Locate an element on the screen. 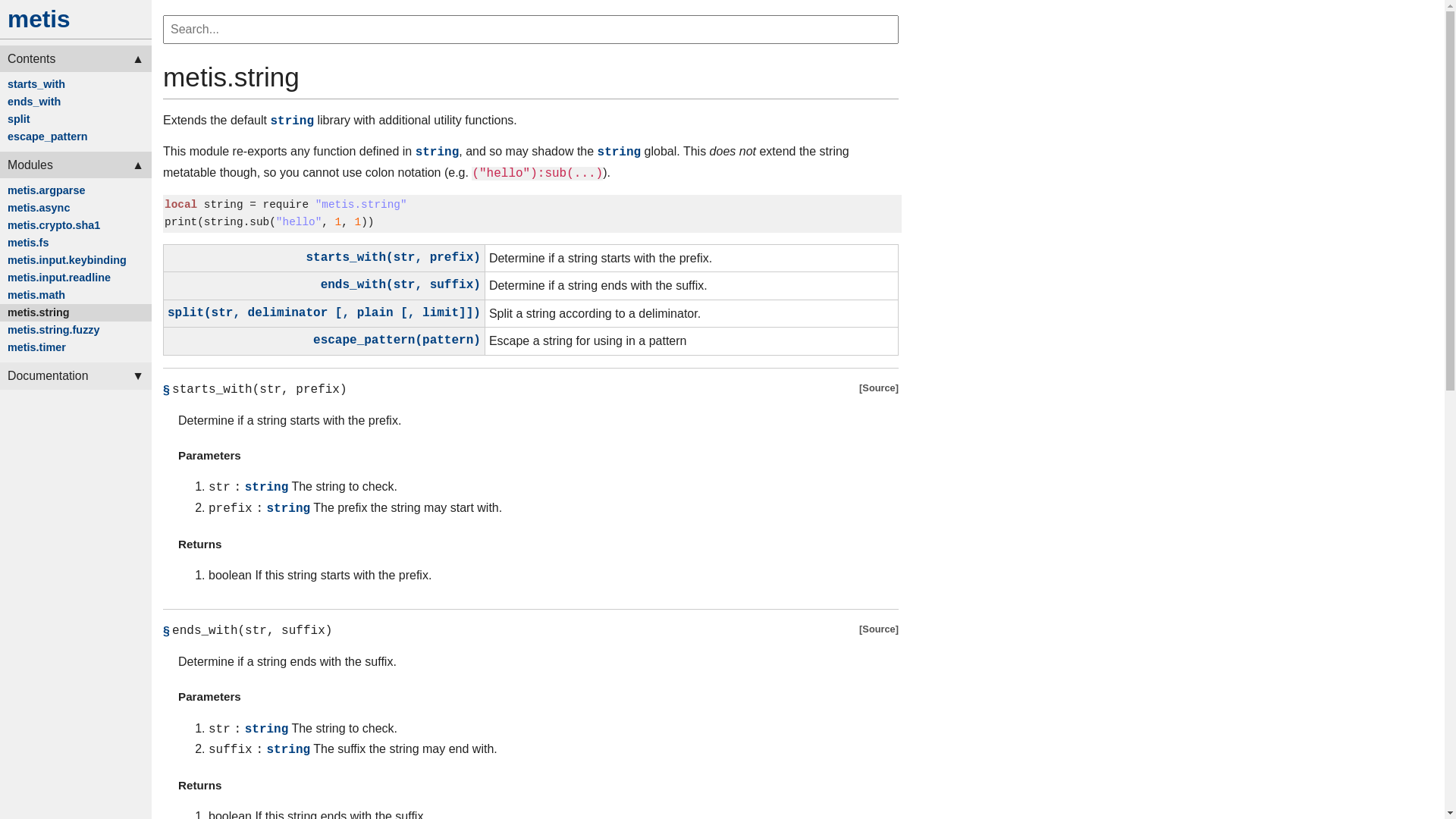  'string' is located at coordinates (287, 748).